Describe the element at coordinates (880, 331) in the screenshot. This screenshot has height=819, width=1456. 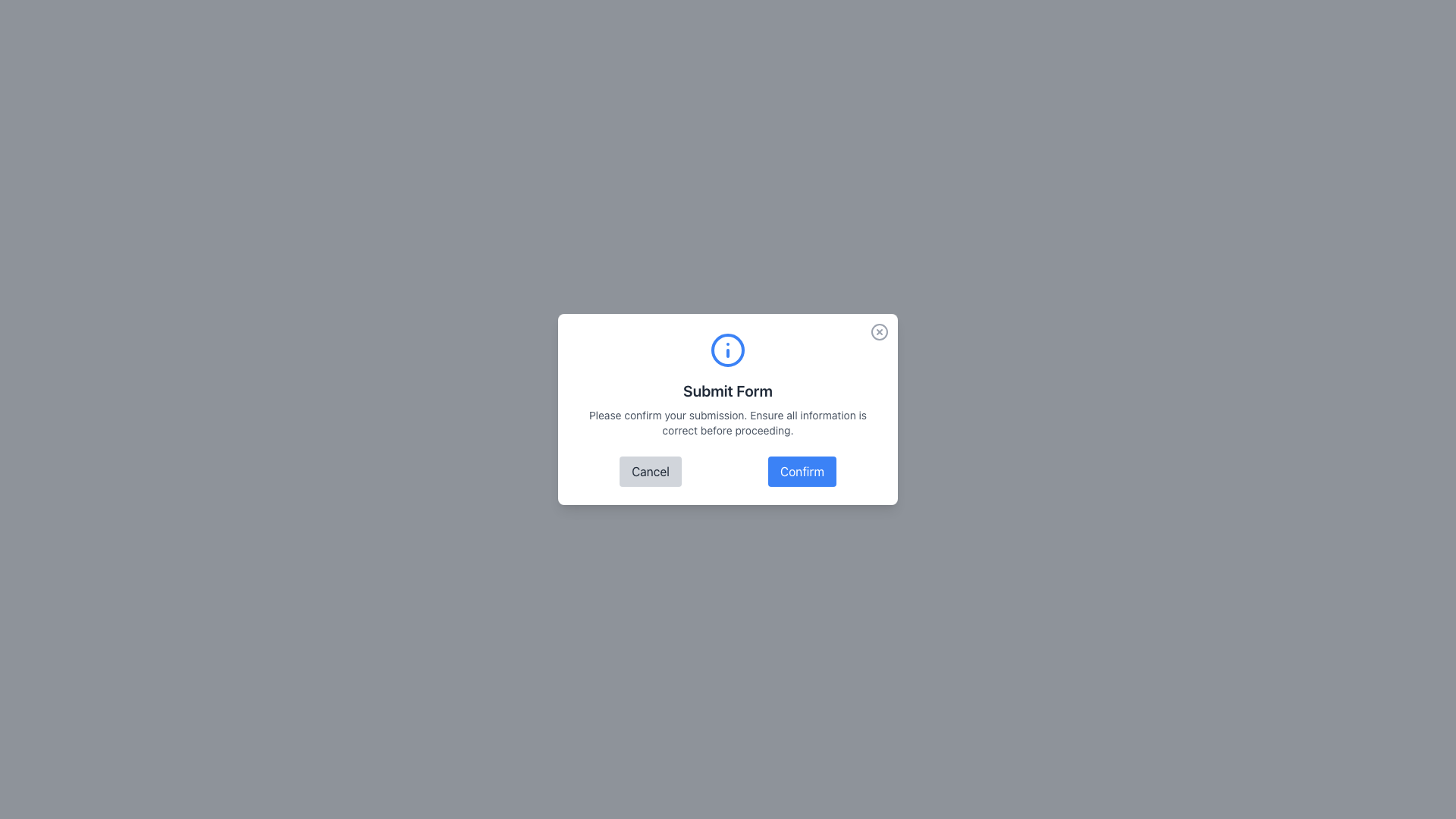
I see `the close icon button with an 'X' symbol located at the top-right corner of the centered white modal box to change its color` at that location.